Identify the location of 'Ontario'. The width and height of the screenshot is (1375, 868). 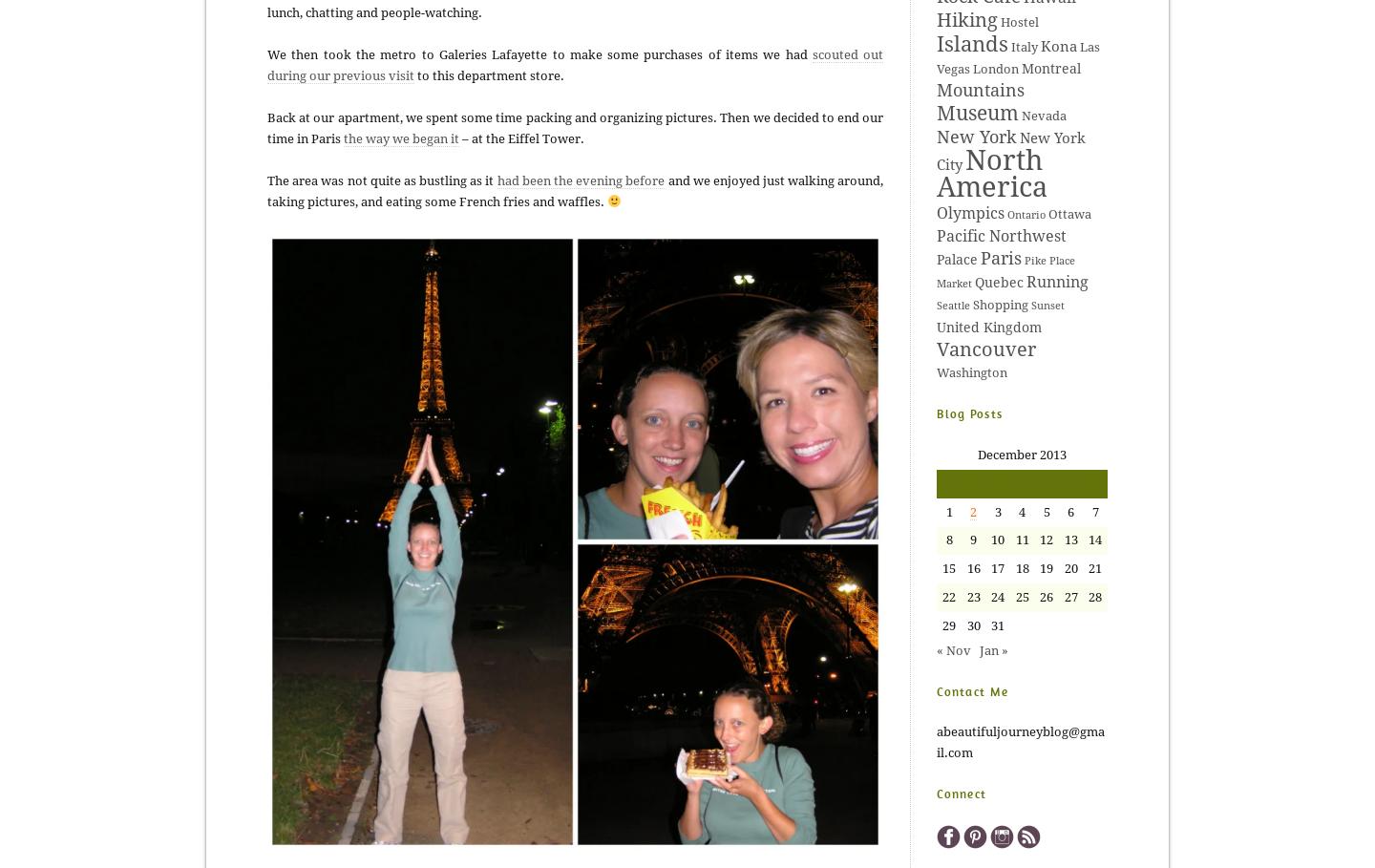
(1026, 214).